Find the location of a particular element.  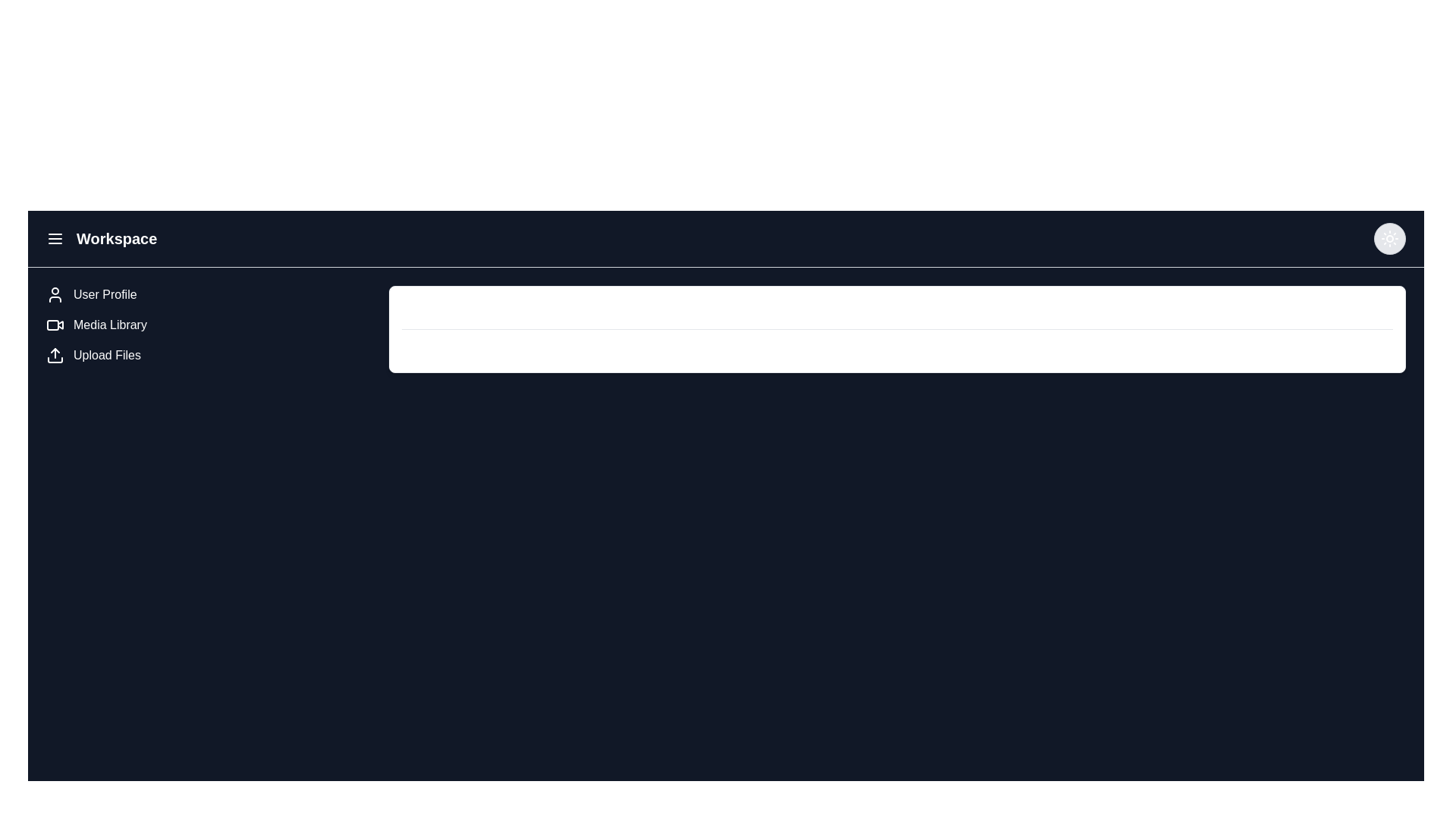

the 'Upload Files' navigation menu item, which is styled in white on a dark background and is the third item in the vertical navigation menu is located at coordinates (106, 356).